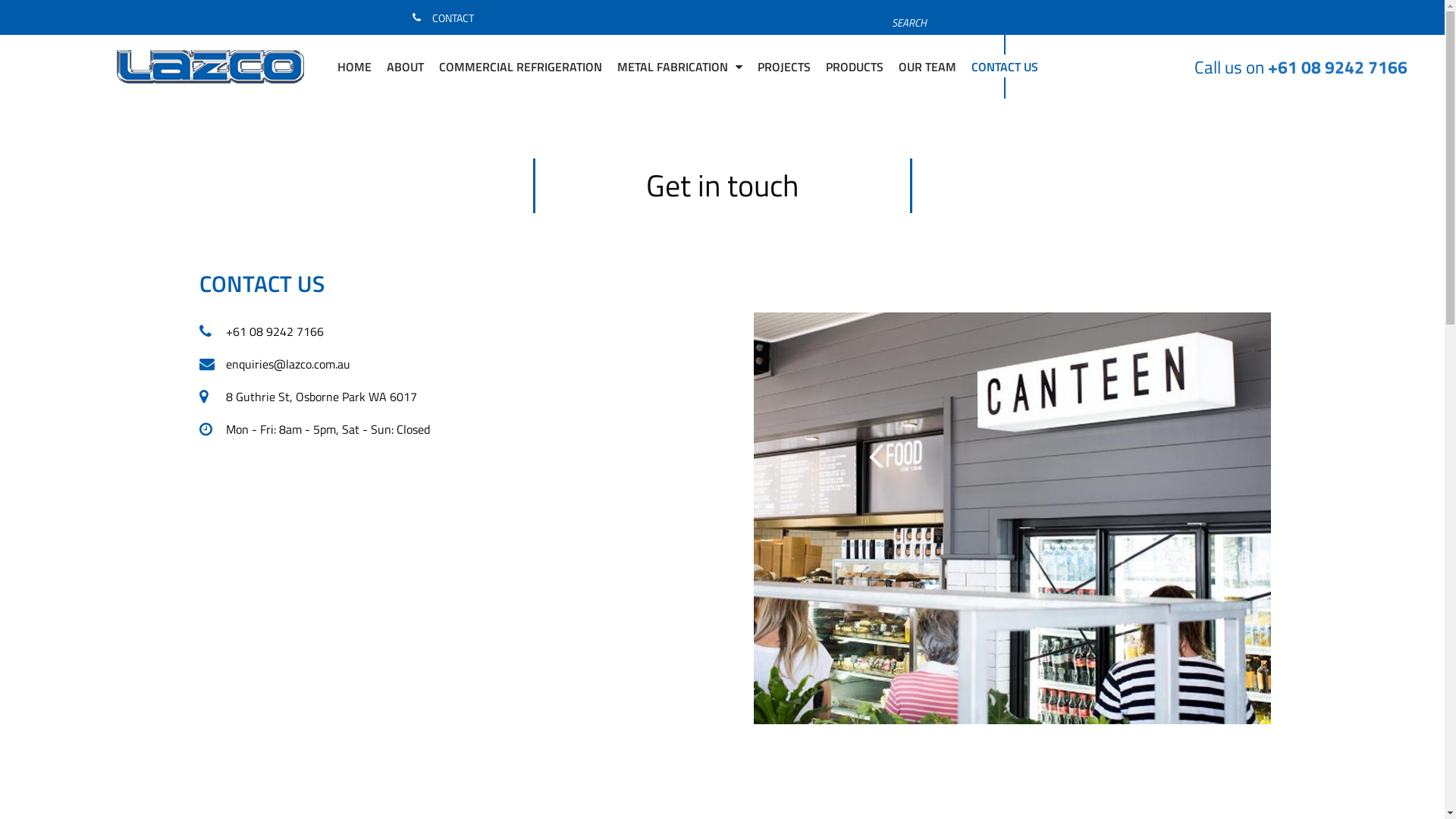  Describe the element at coordinates (1337, 65) in the screenshot. I see `'+61 08 9242 7166'` at that location.